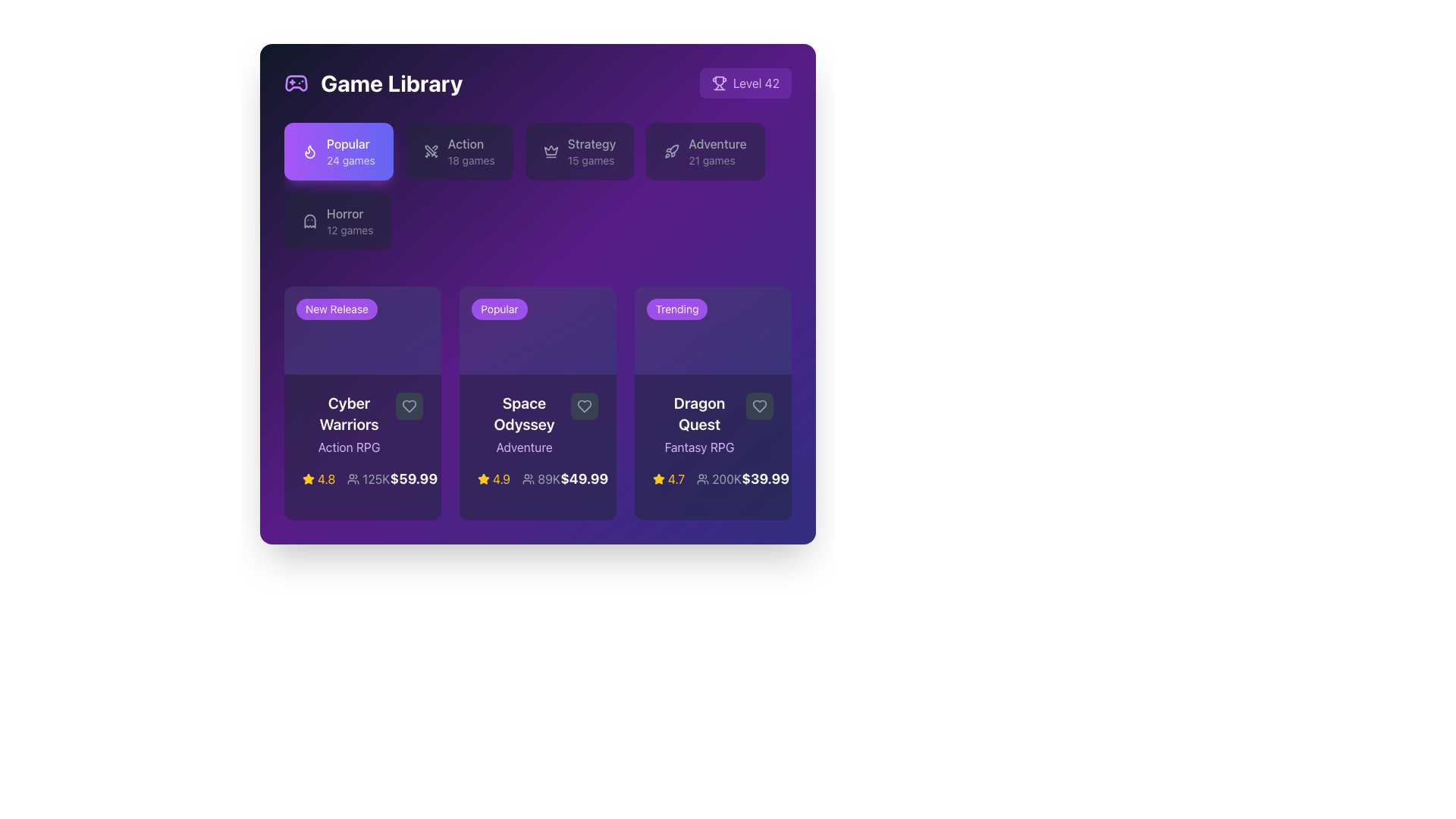  I want to click on the yellow star-shaped icon representing a rating, located next to the numeric value 4.8 in the bottom-left area of the 'Cyber Warriors' card, so click(308, 479).